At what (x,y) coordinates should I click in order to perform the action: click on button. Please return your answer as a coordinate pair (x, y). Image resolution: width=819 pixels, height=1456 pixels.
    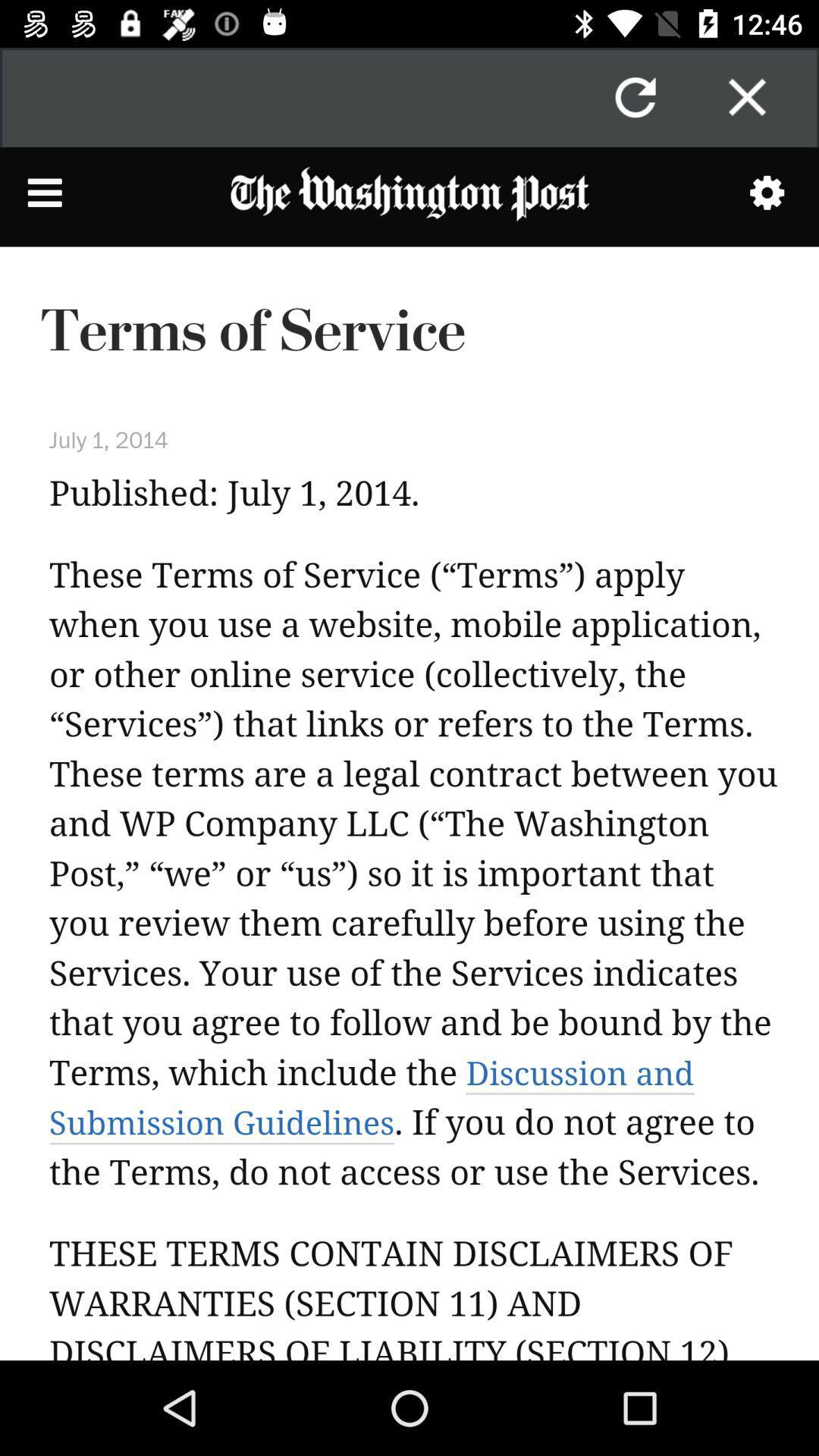
    Looking at the image, I should click on (746, 96).